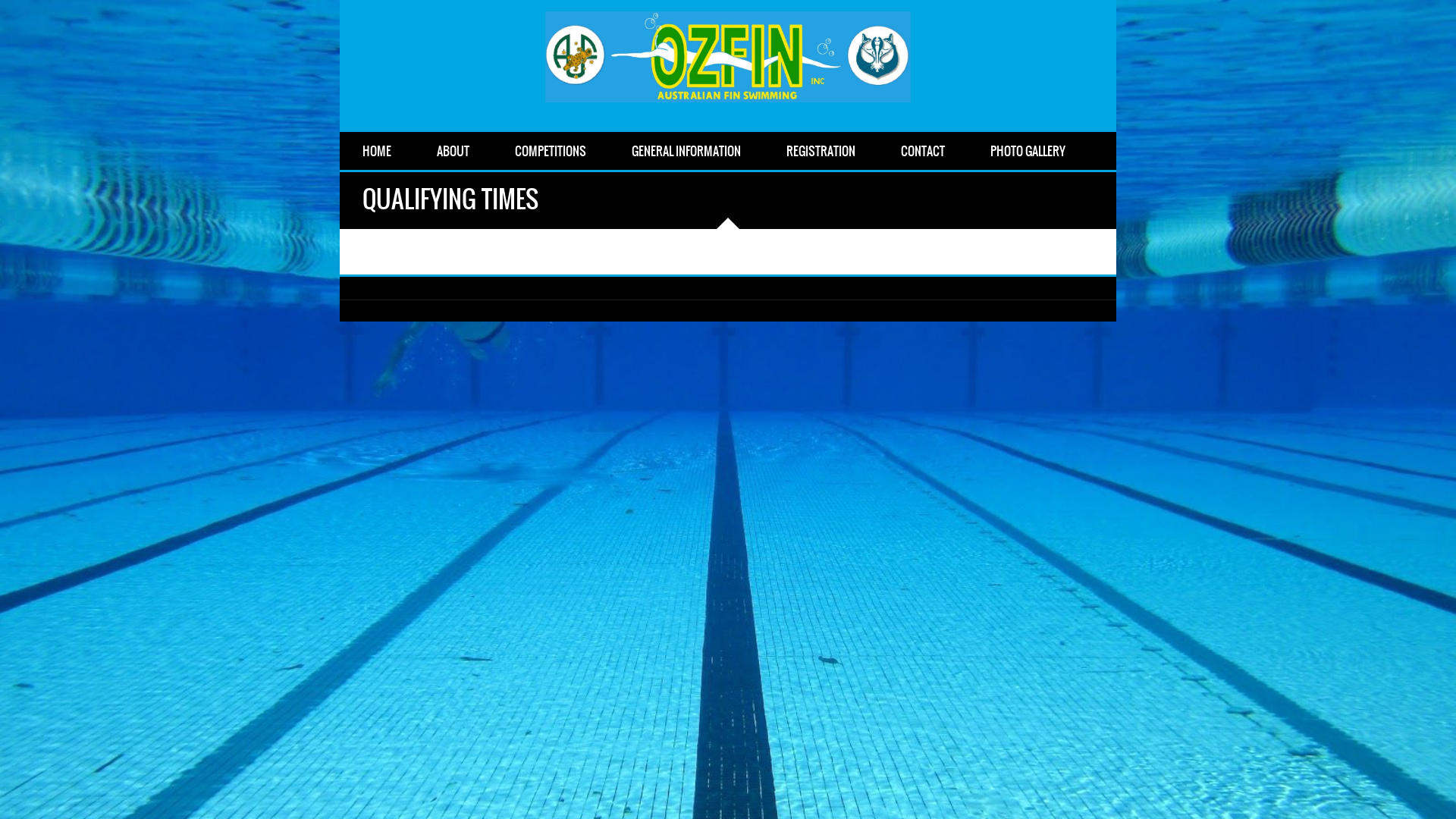 The image size is (1456, 819). I want to click on 'PHOTO GALLERY', so click(967, 151).